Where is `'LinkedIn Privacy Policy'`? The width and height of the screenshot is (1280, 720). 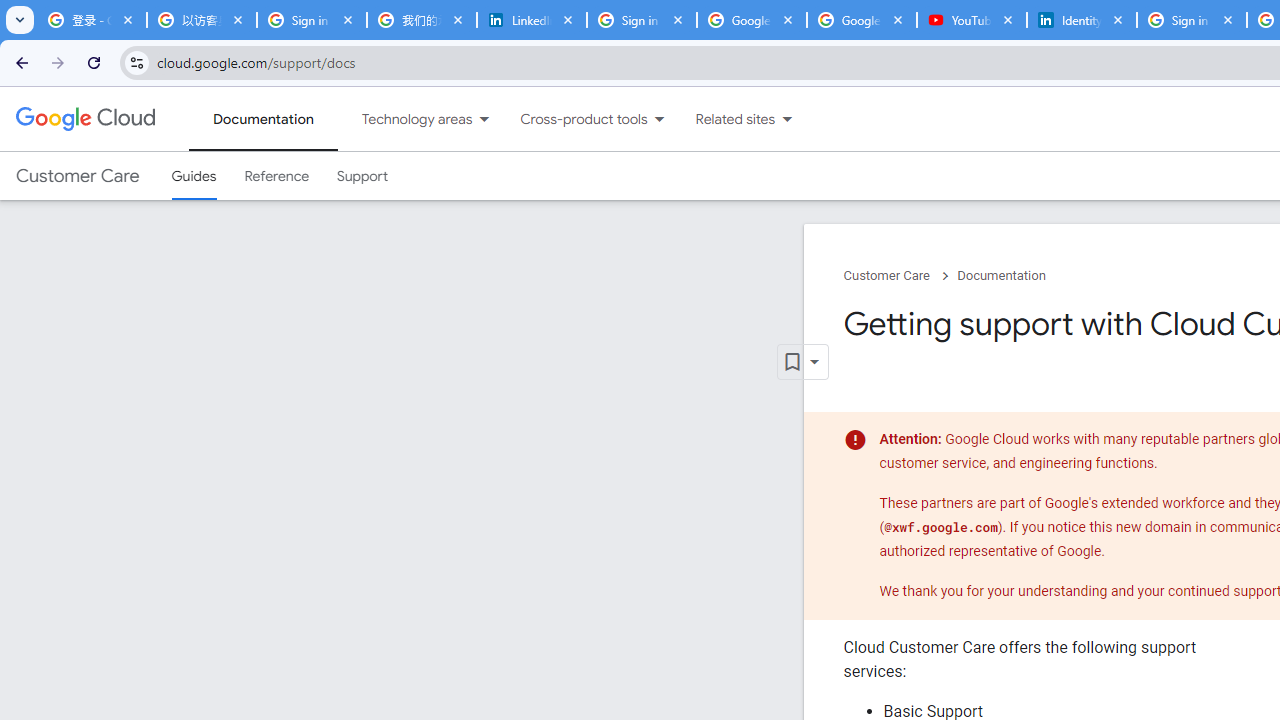
'LinkedIn Privacy Policy' is located at coordinates (532, 20).